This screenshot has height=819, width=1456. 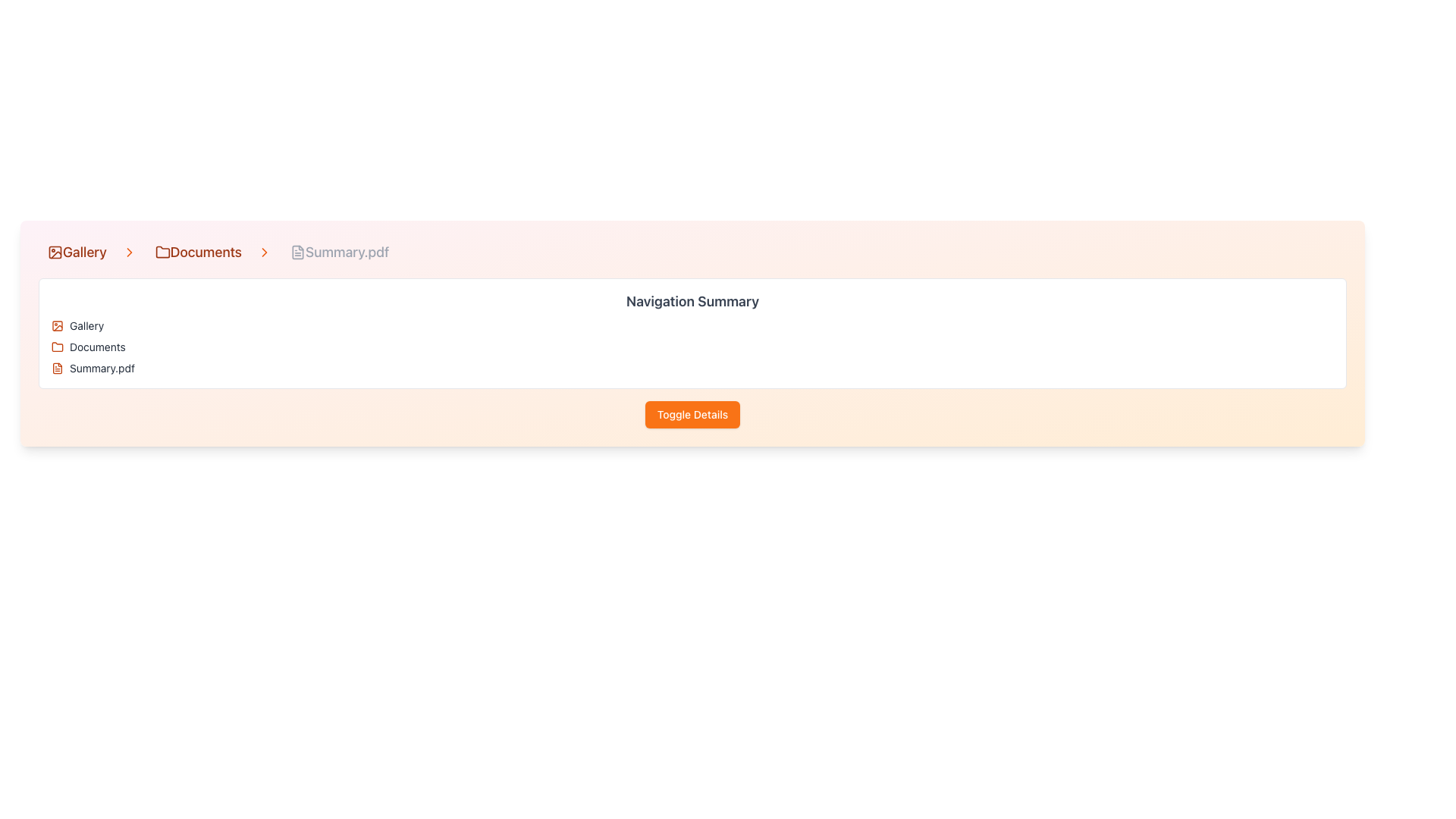 What do you see at coordinates (208, 251) in the screenshot?
I see `the 'Documents' navigational link in the breadcrumb navigation bar for visual feedback` at bounding box center [208, 251].